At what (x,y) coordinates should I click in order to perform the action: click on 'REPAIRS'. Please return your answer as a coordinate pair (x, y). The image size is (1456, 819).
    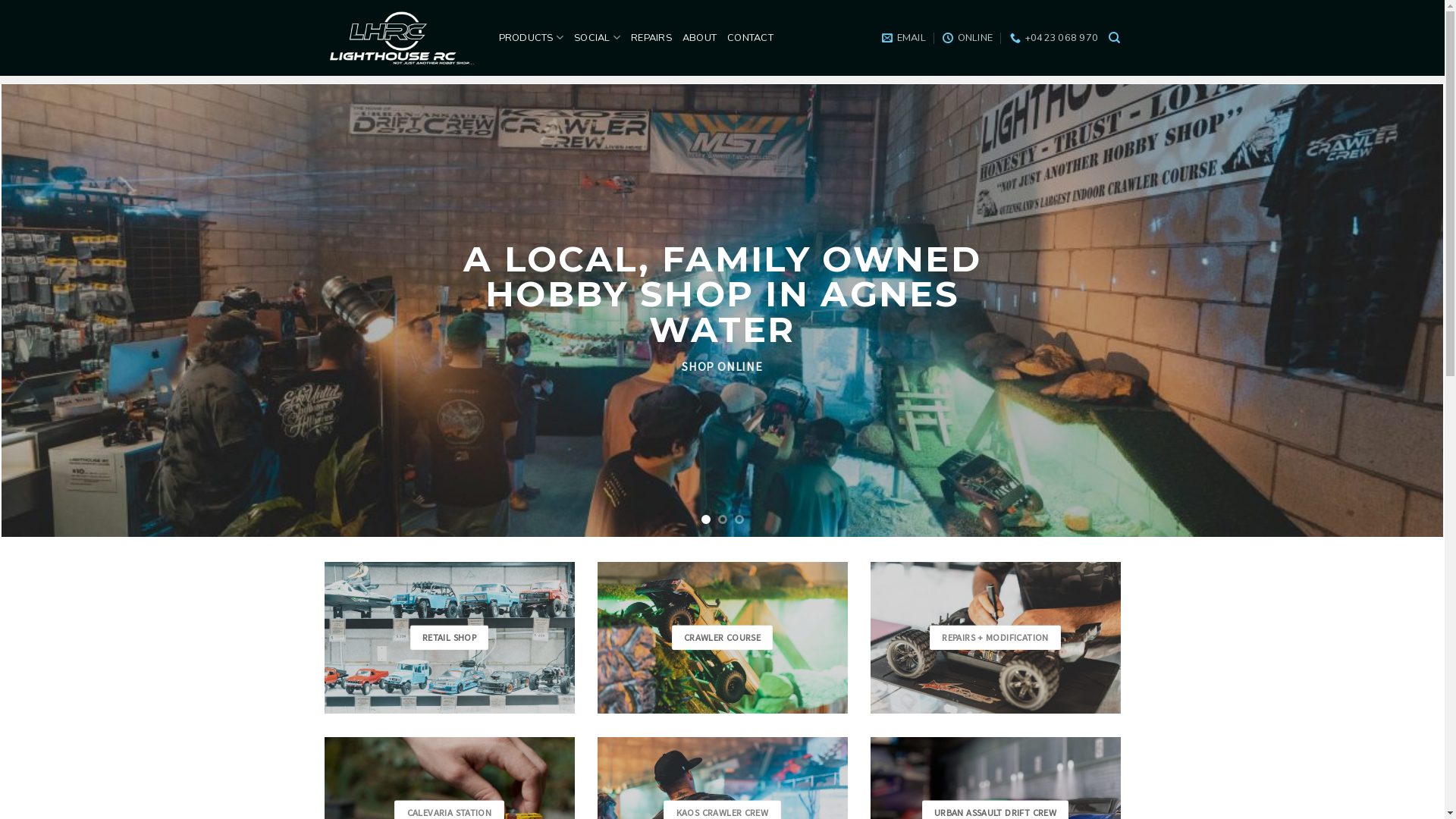
    Looking at the image, I should click on (651, 37).